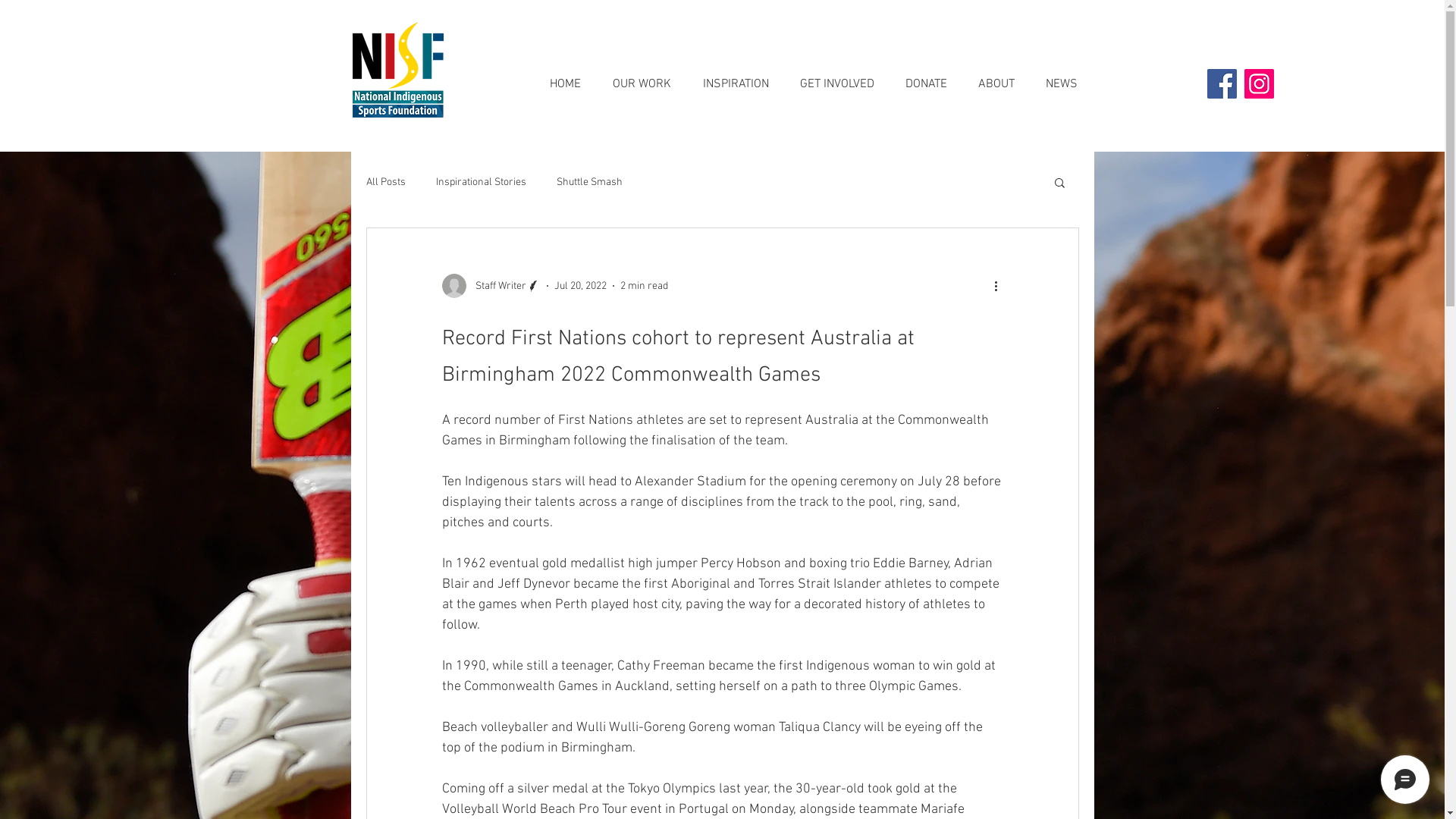 This screenshot has width=1456, height=819. I want to click on 'Inspirational Stories', so click(435, 181).